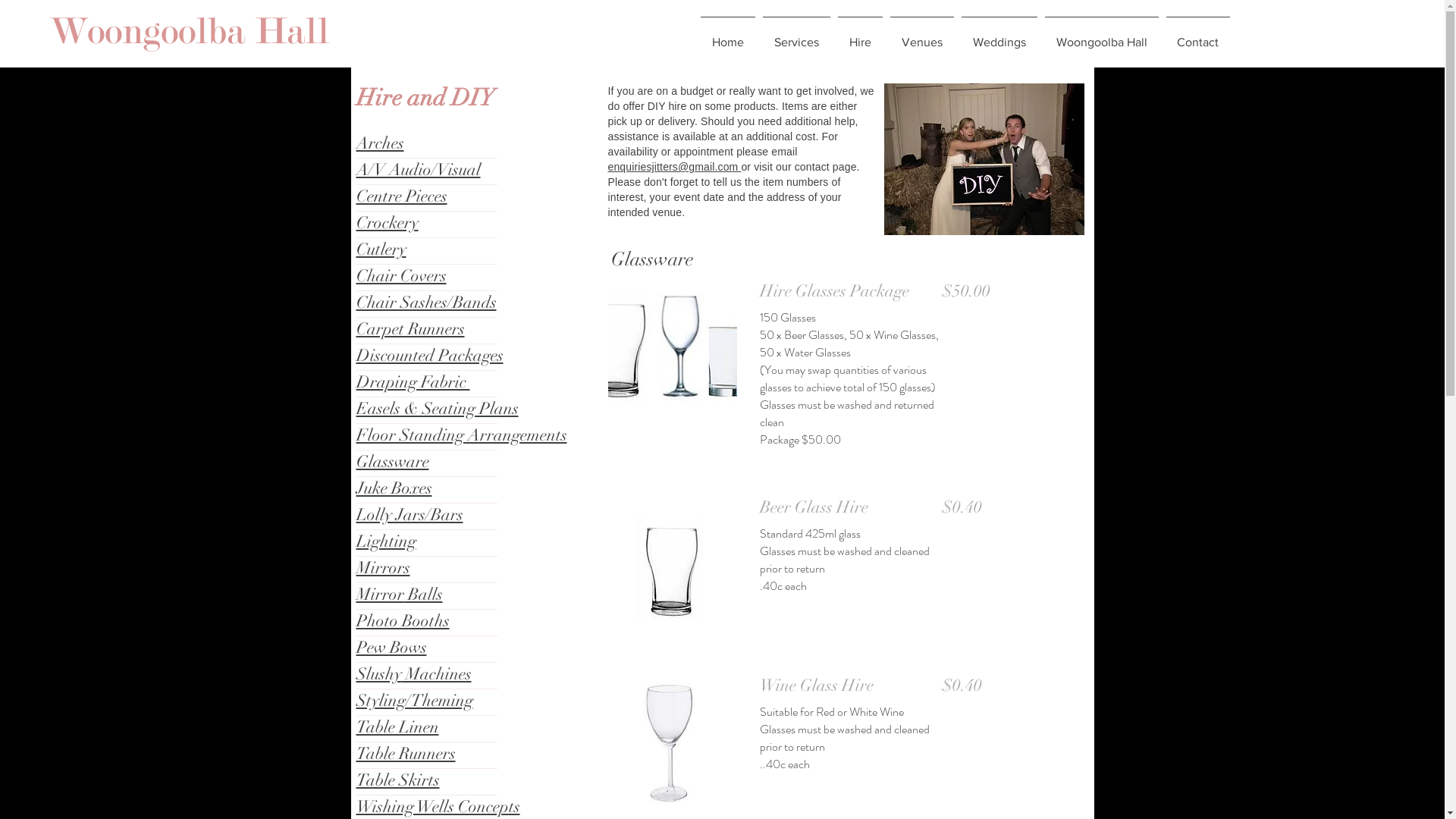 This screenshot has height=819, width=1456. What do you see at coordinates (436, 407) in the screenshot?
I see `'Easels & Seating Plans'` at bounding box center [436, 407].